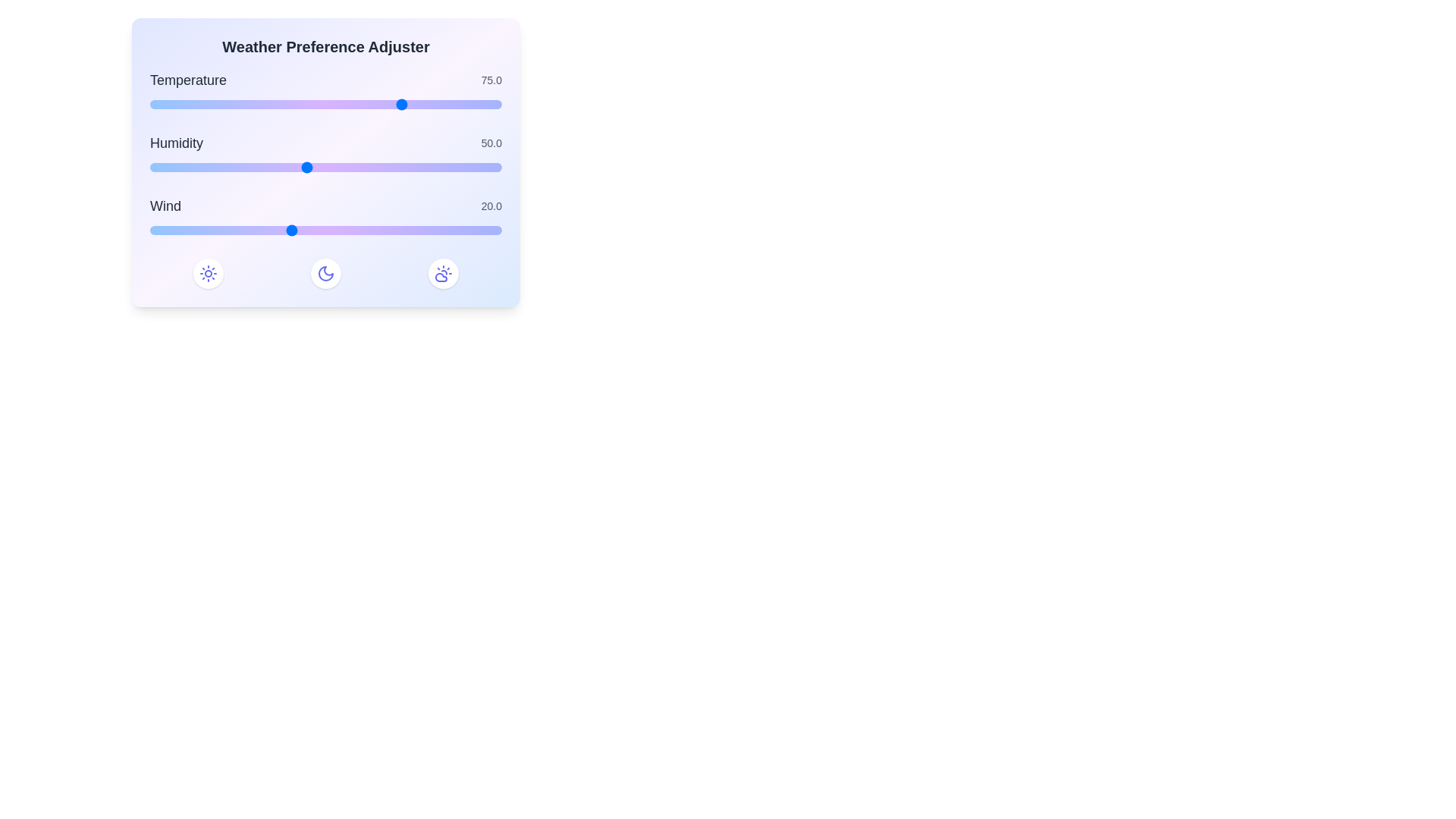 This screenshot has height=819, width=1456. I want to click on wind preference, so click(318, 231).